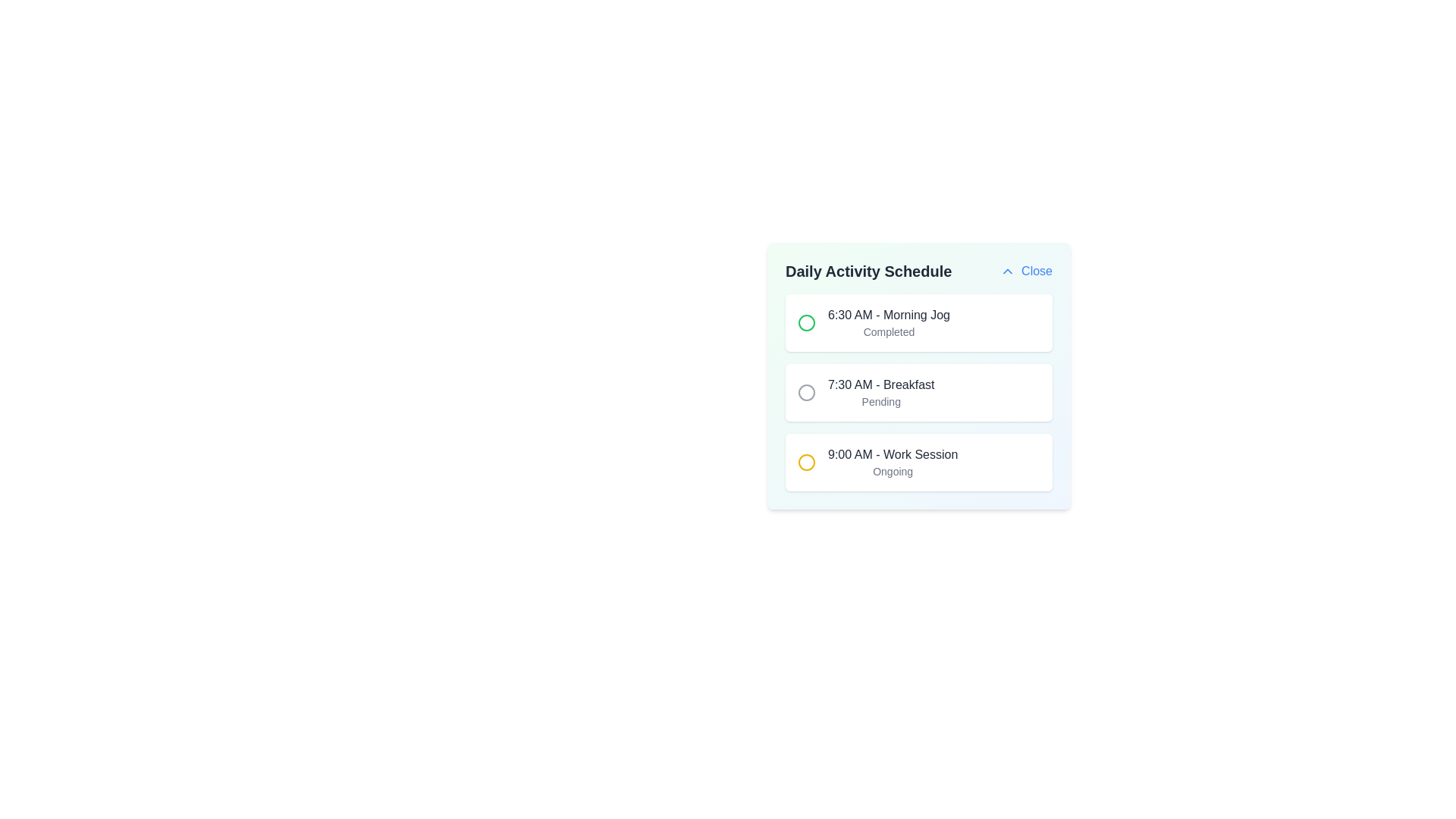  Describe the element at coordinates (1026, 271) in the screenshot. I see `the interactive button located at the top-right corner of the 'Daily Activity Schedule' panel` at that location.